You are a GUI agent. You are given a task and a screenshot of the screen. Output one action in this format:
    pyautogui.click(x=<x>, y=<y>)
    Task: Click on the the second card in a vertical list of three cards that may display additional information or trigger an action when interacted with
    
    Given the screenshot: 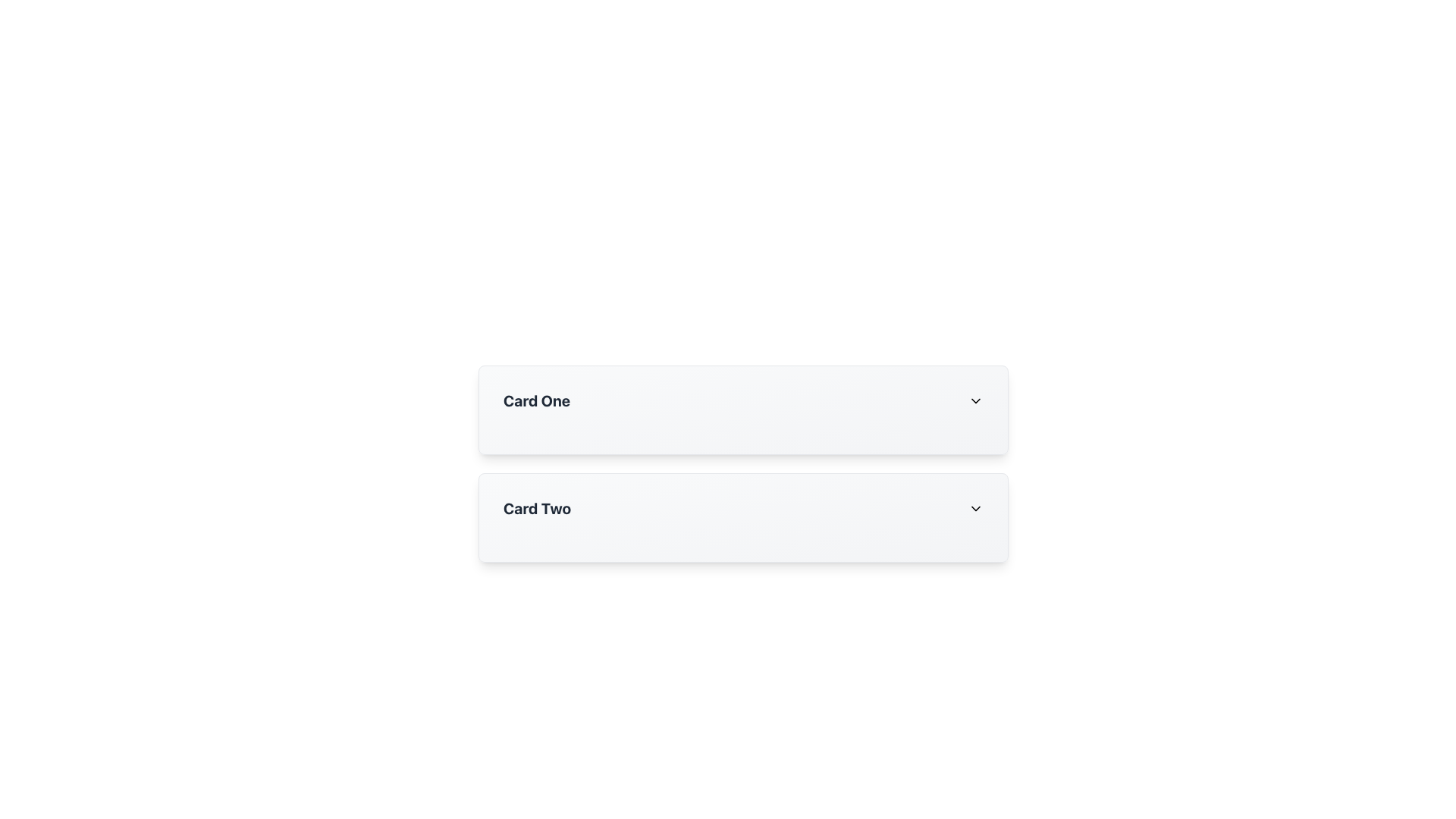 What is the action you would take?
    pyautogui.click(x=743, y=516)
    